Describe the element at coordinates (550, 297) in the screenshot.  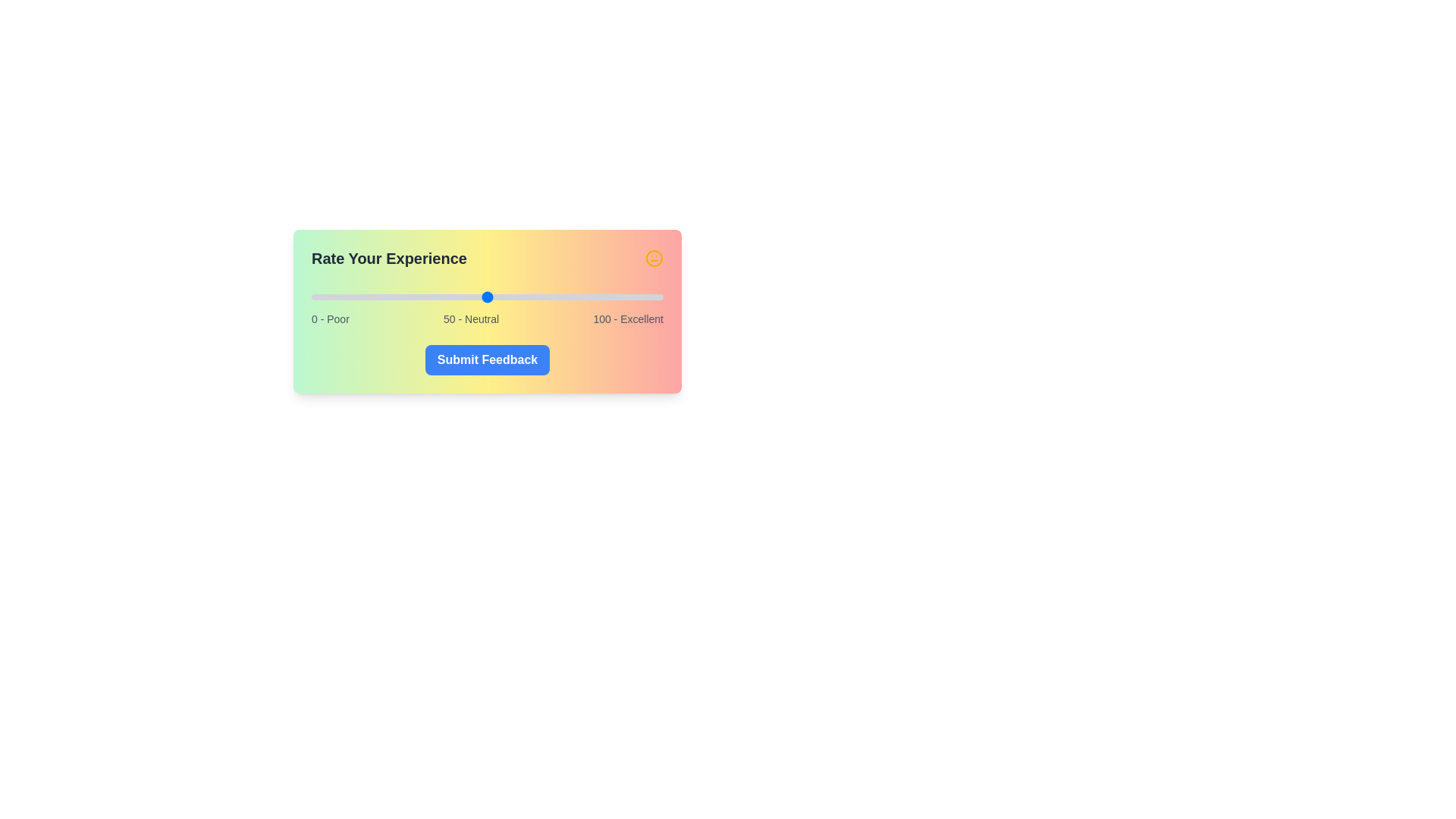
I see `the satisfaction slider to 68 value` at that location.